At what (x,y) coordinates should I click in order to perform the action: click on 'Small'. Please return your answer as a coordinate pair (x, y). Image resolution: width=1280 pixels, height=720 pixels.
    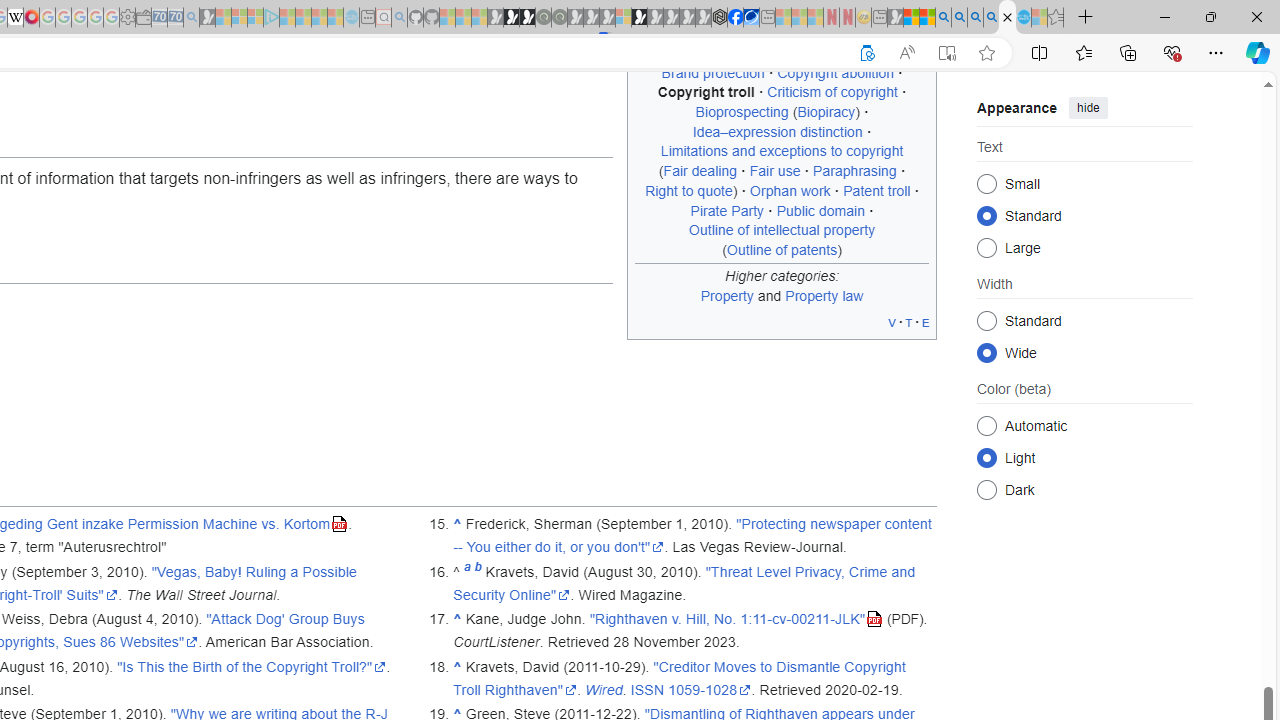
    Looking at the image, I should click on (986, 183).